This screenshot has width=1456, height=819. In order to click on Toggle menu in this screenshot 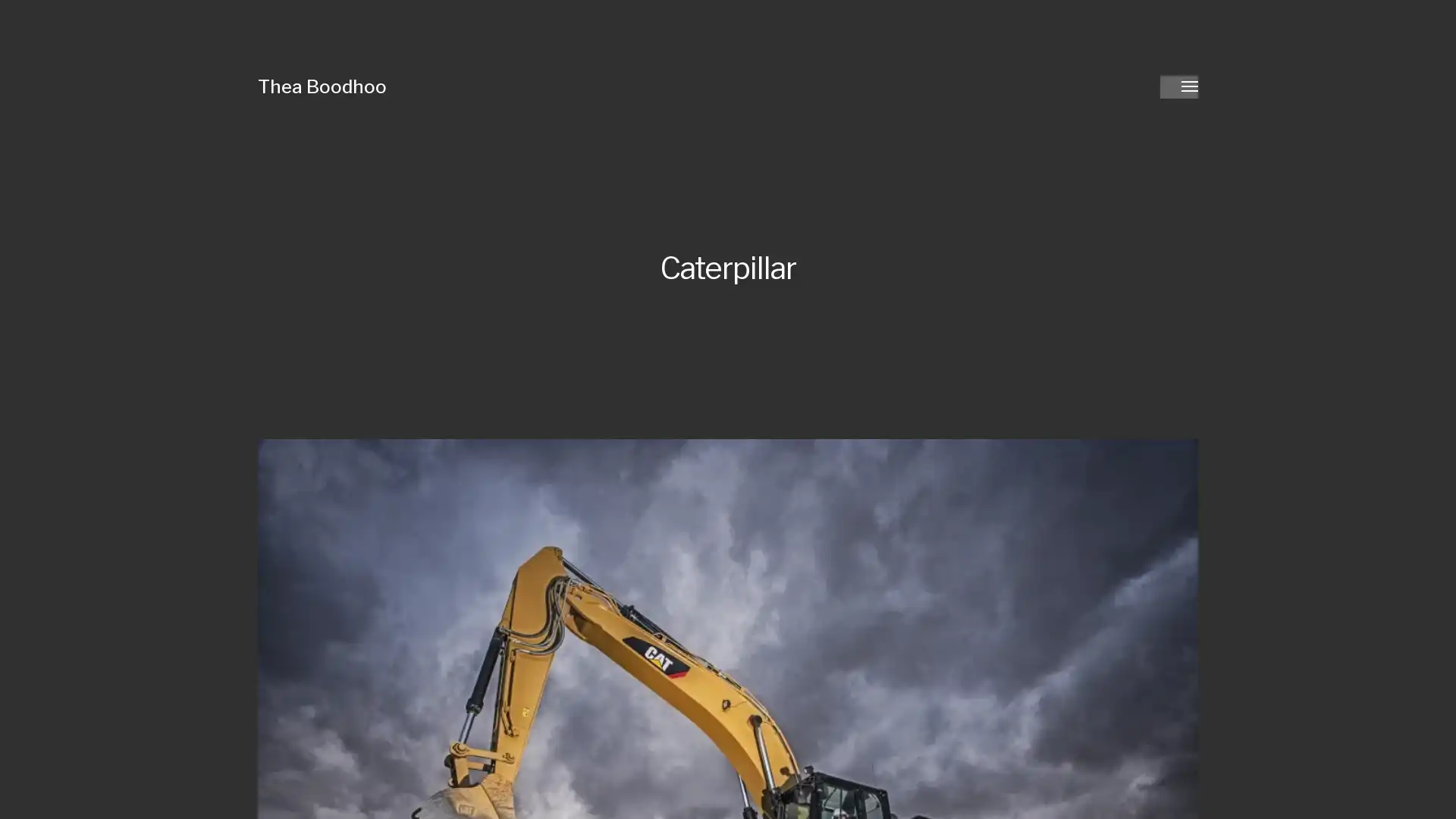, I will do `click(1178, 86)`.